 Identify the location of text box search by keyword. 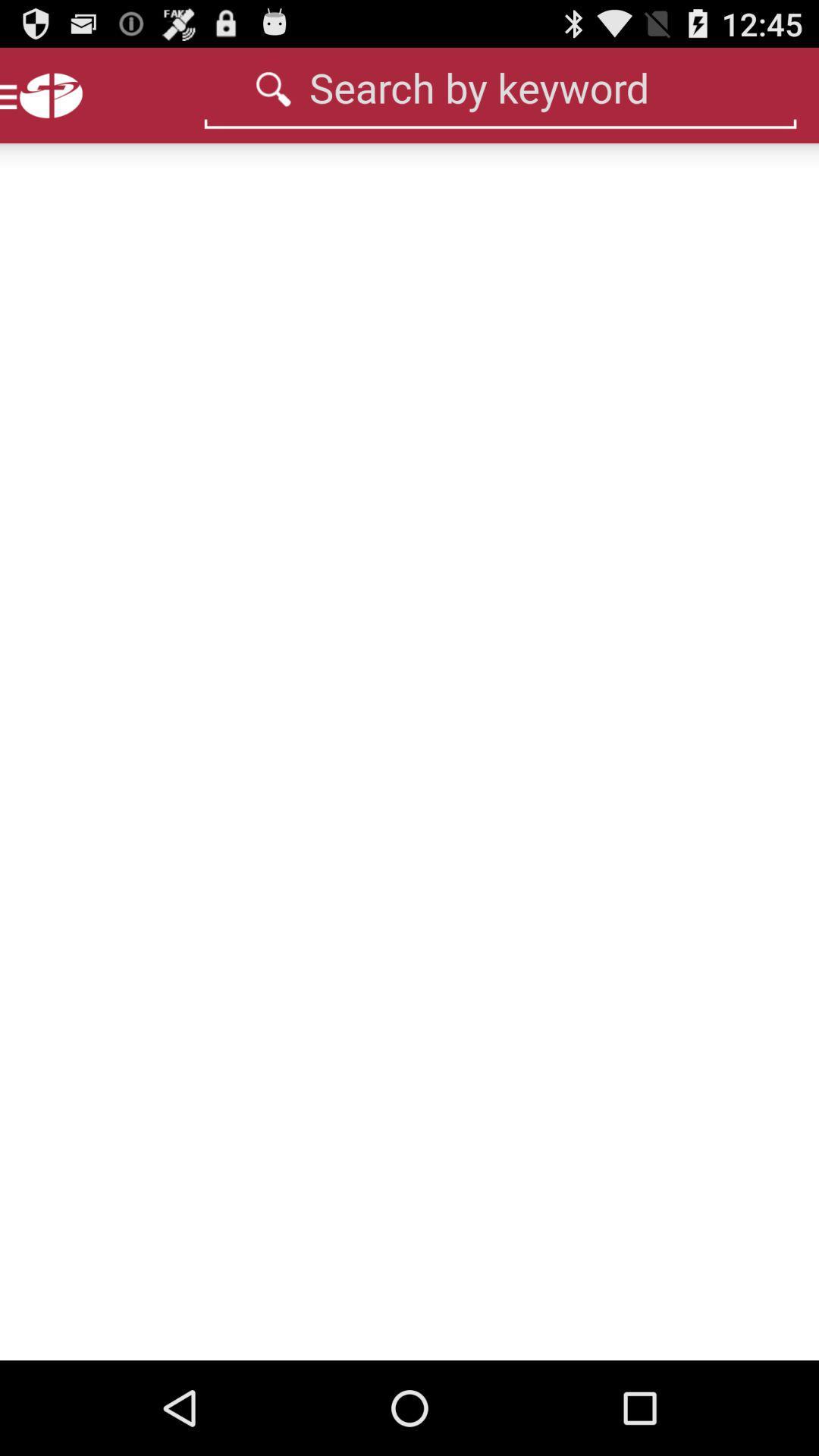
(500, 86).